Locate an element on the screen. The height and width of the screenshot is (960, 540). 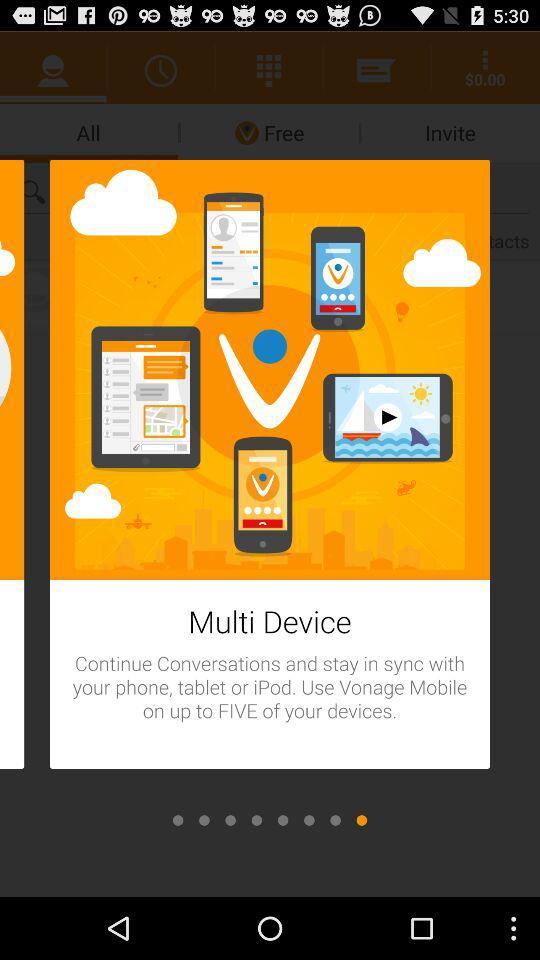
icon at the bottom right corner is located at coordinates (360, 820).